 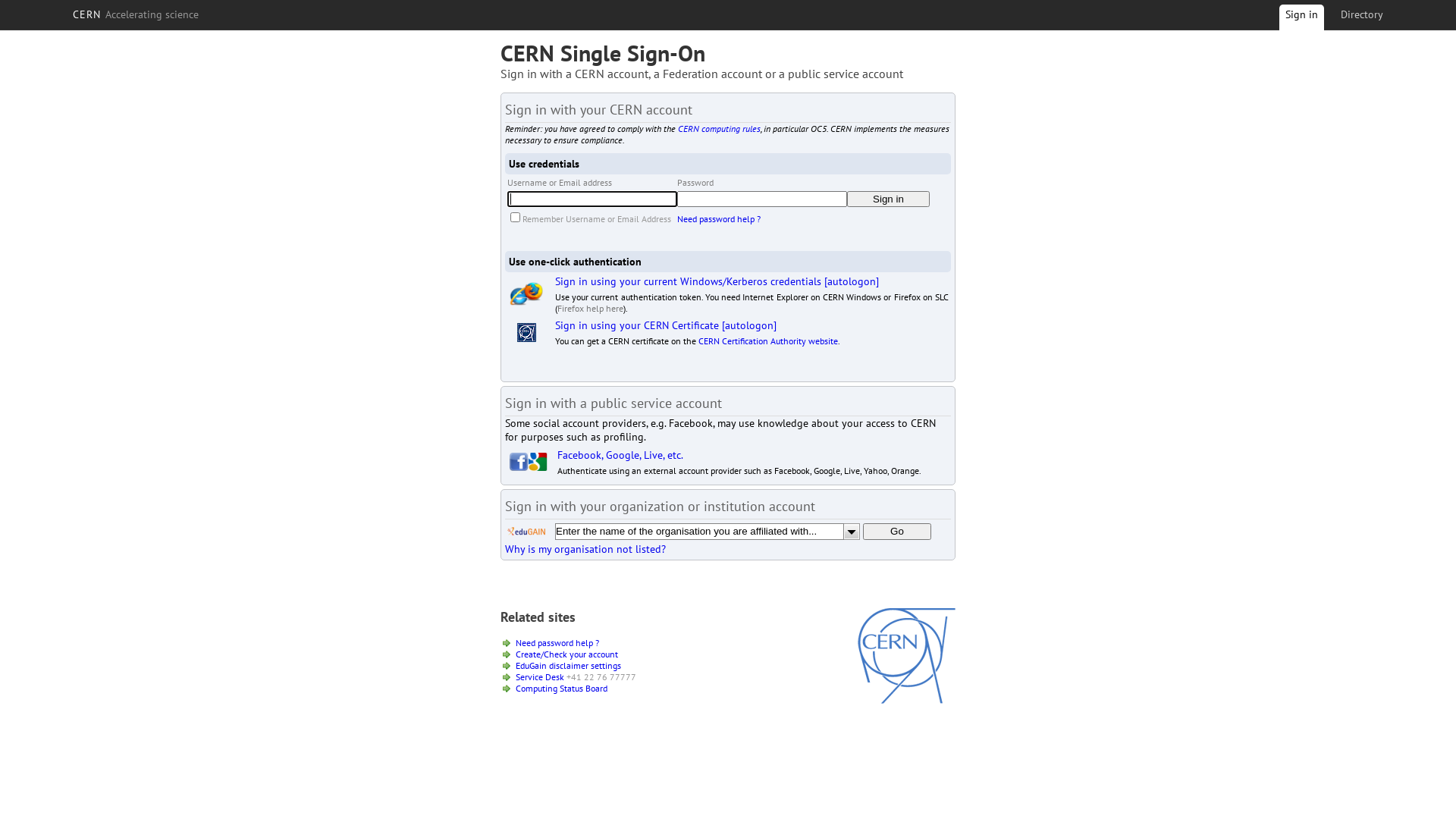 What do you see at coordinates (1361, 14) in the screenshot?
I see `'Directory'` at bounding box center [1361, 14].